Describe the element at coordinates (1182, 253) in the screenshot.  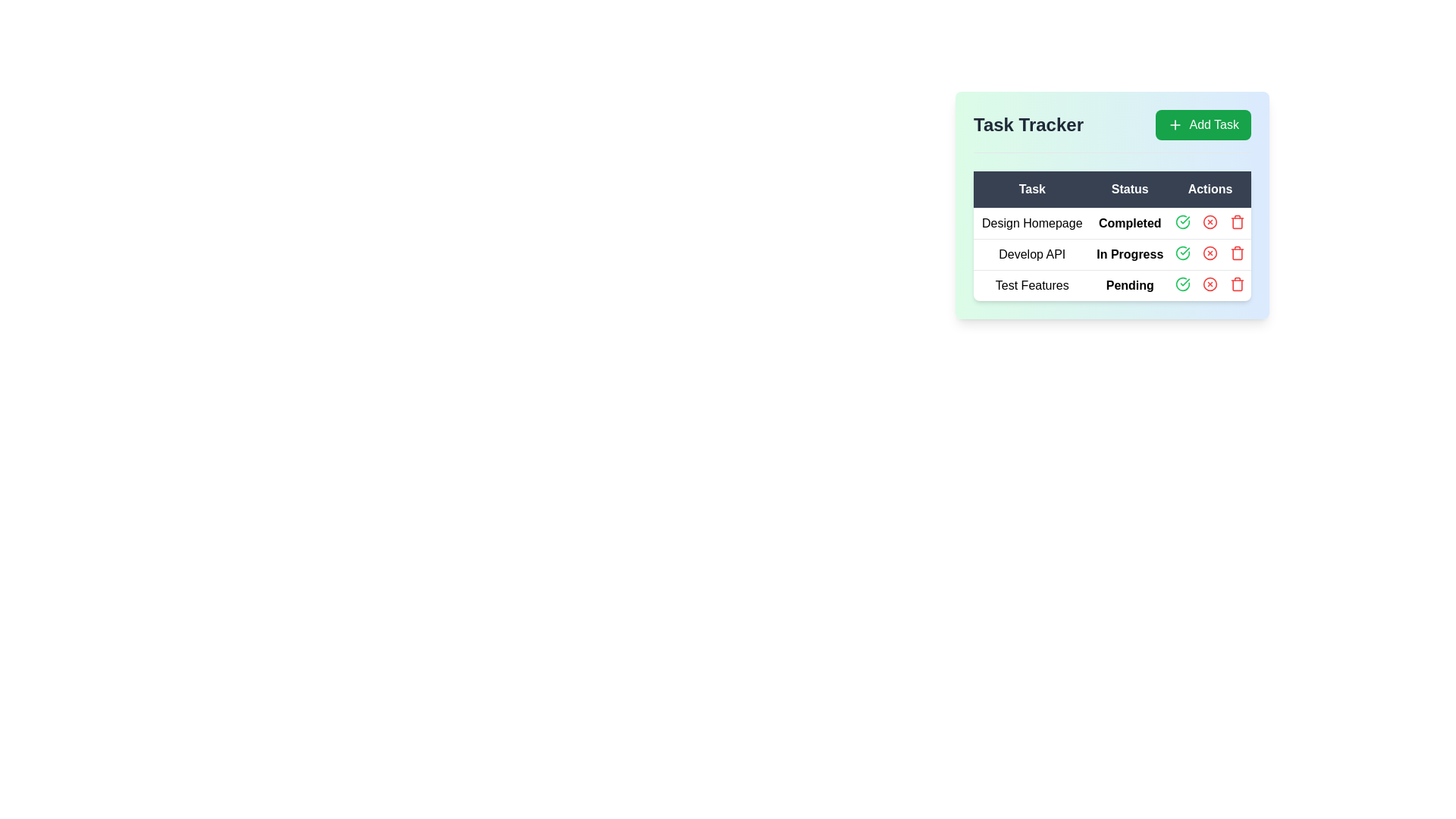
I see `the first icon in the Actions column of the 'Develop API' task to mark the task as completed` at that location.